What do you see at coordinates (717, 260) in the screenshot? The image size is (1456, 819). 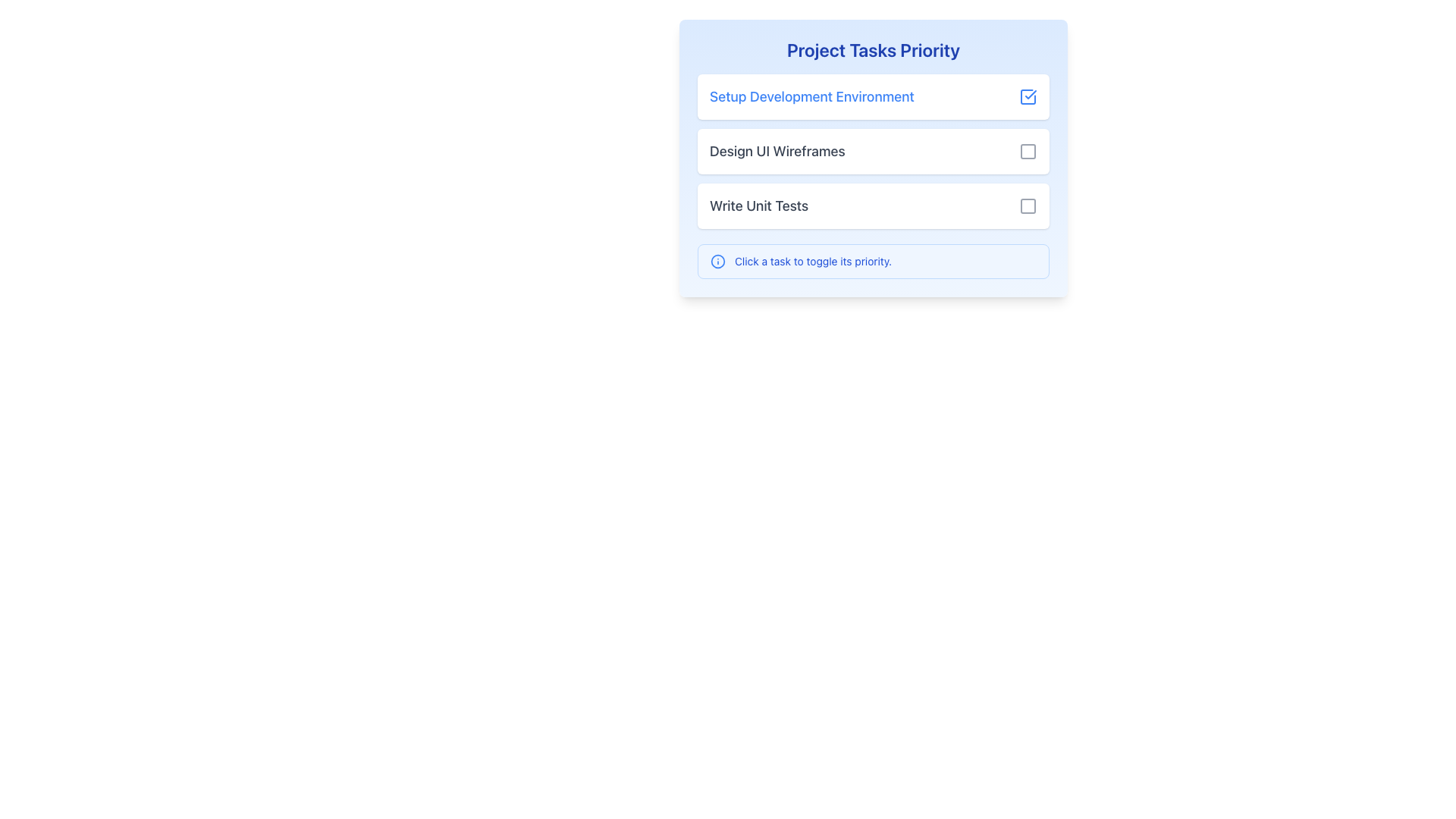 I see `the circular icon with a blue border and white fill that contains a vertical line and a dot, located in the lower-left corner of the message box with light blue background` at bounding box center [717, 260].